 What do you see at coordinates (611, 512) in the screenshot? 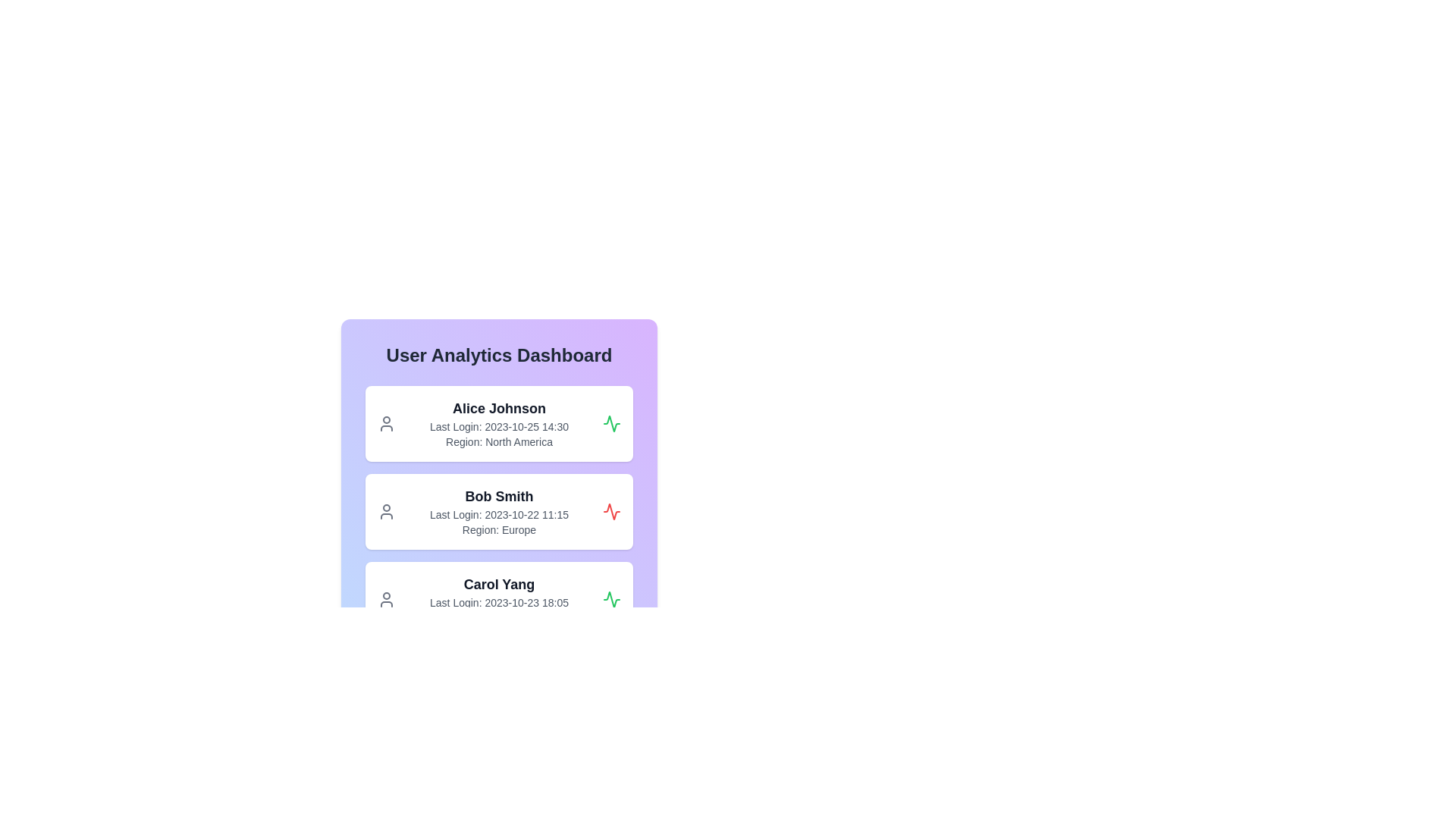
I see `the visual status of the status indicator icon located to the right of the 'Bob Smith' text in the second card of the vertically stacked card layout` at bounding box center [611, 512].